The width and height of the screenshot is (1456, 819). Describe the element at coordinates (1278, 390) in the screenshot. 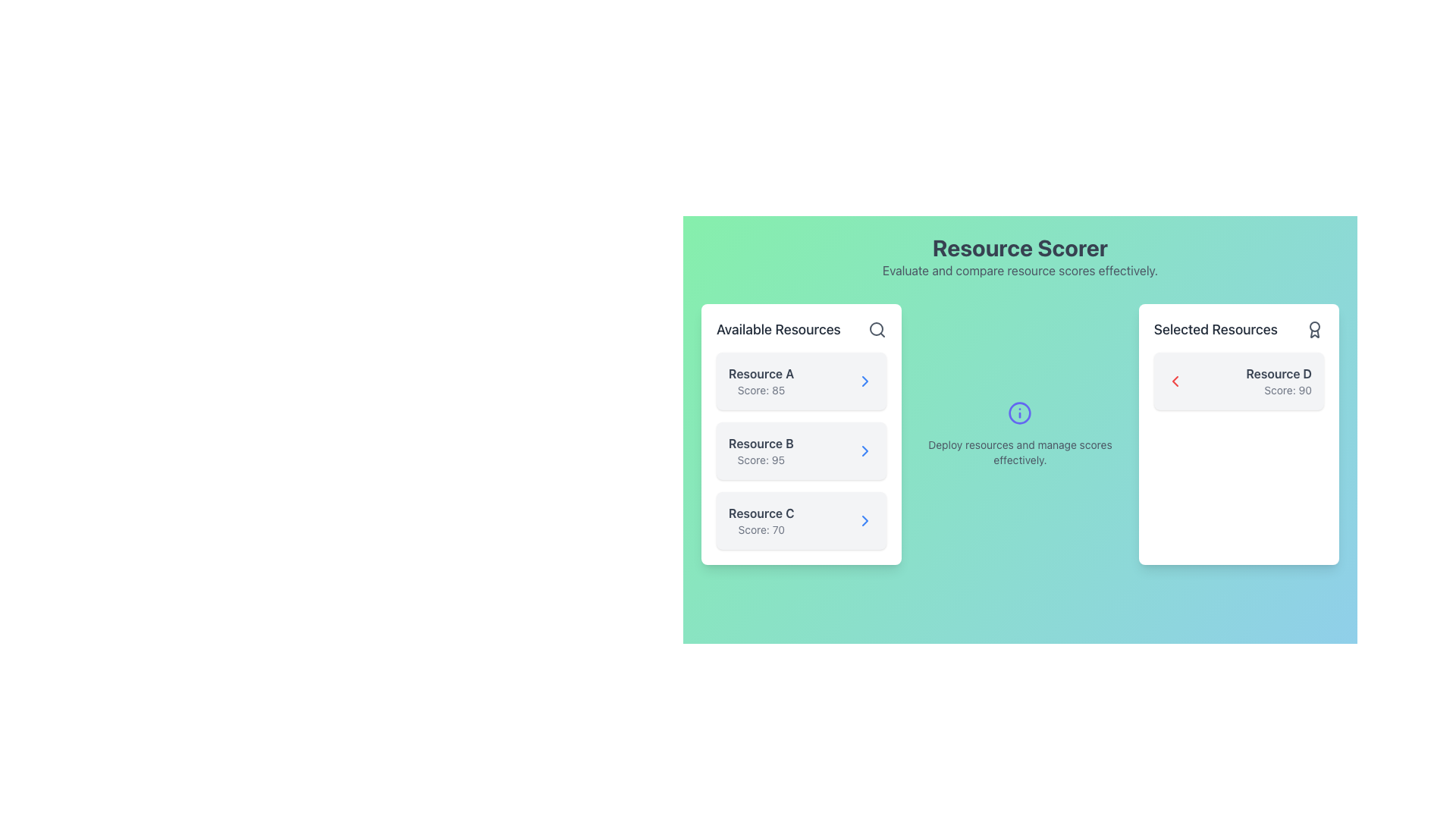

I see `text label displaying 'Score: 90' which is styled in a small gray font and aligned to the right within the 'Selected Resources' section under the title 'Resource D'` at that location.